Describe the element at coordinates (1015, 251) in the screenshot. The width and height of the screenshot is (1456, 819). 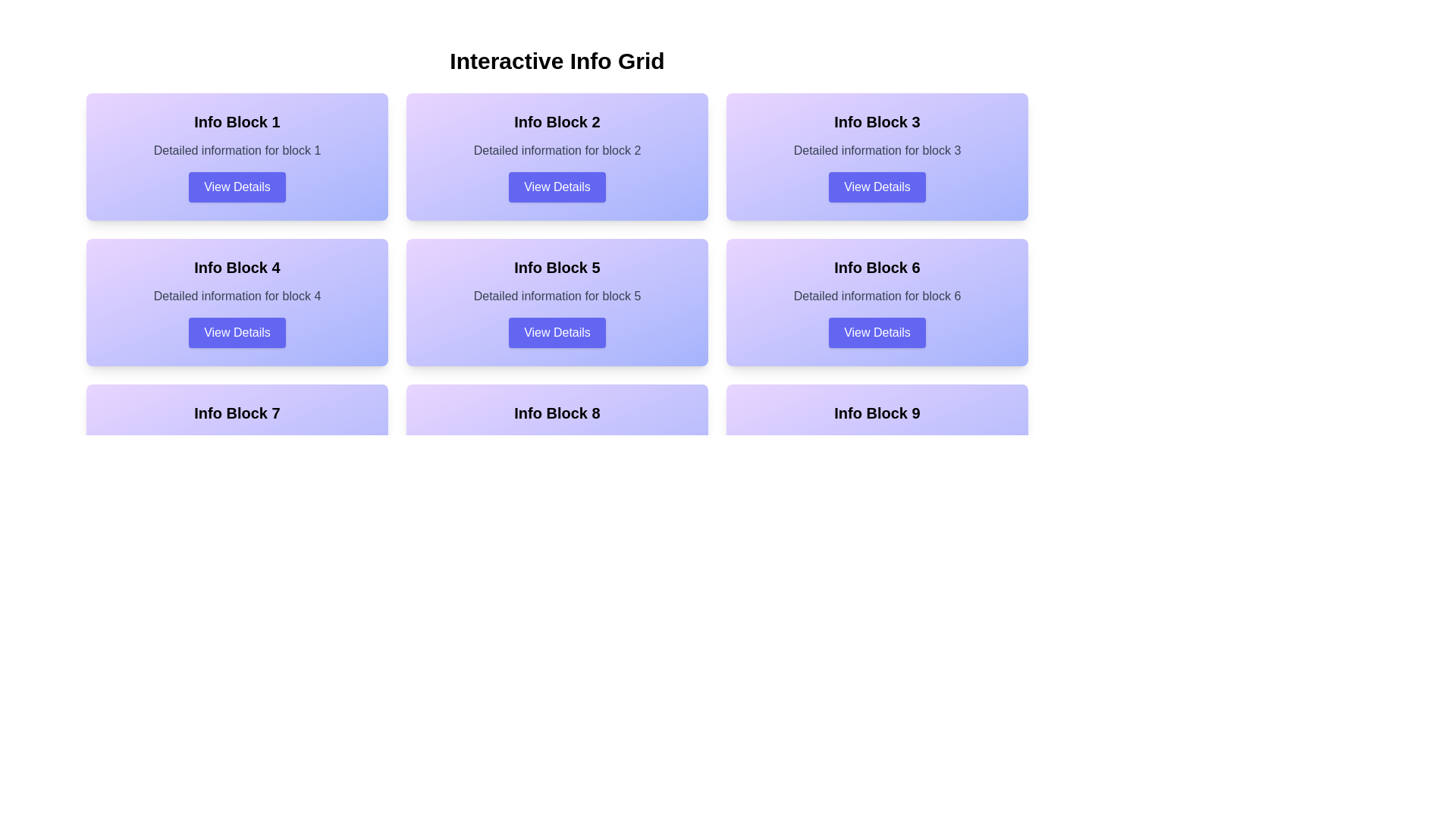
I see `the decorative circular graphic element located in the top-right corner of the 'Info Block 6' card within the SVG component` at that location.